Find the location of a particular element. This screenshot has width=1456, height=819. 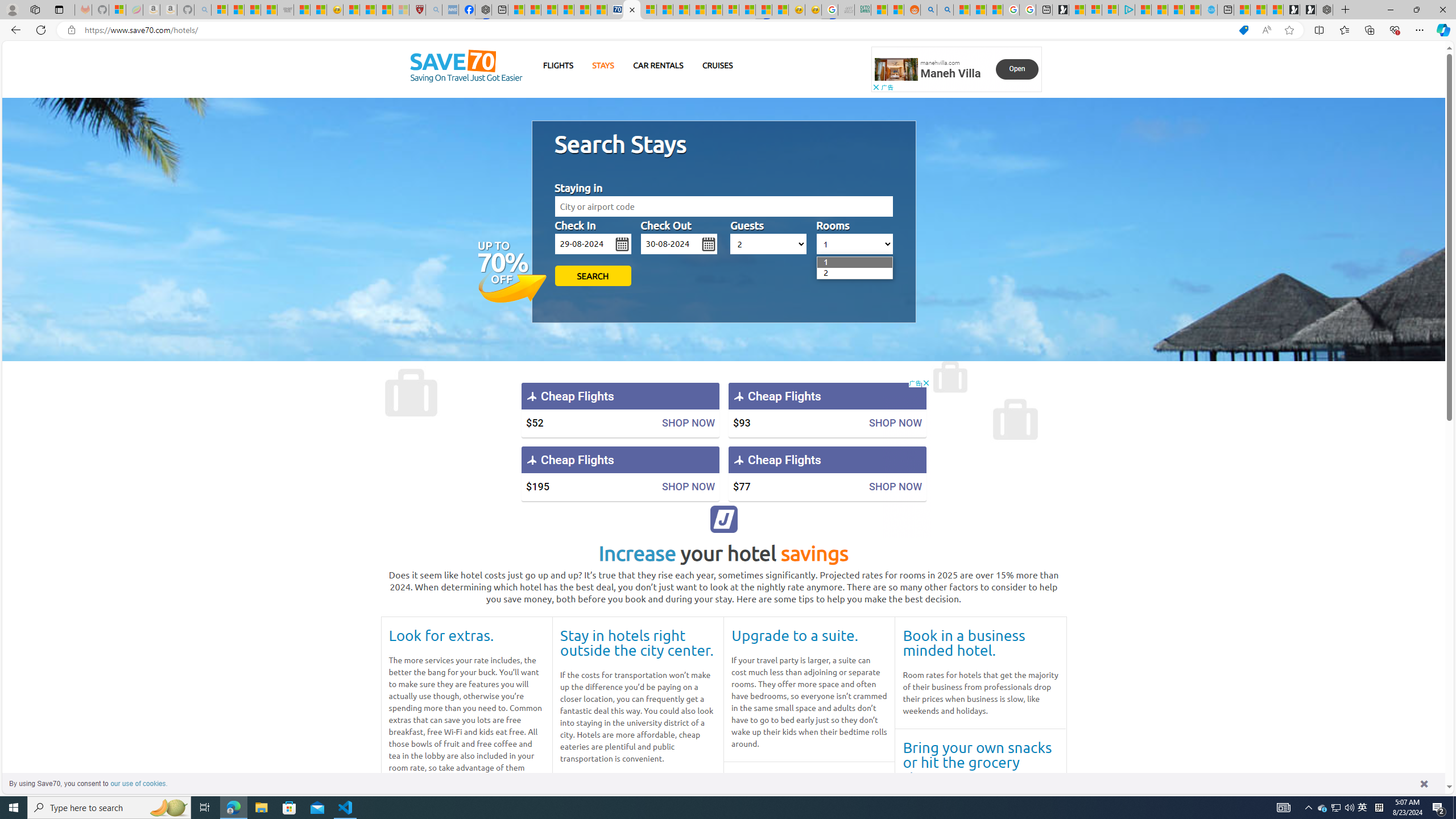

'Cheap Hotels - Save70.com' is located at coordinates (631, 9).